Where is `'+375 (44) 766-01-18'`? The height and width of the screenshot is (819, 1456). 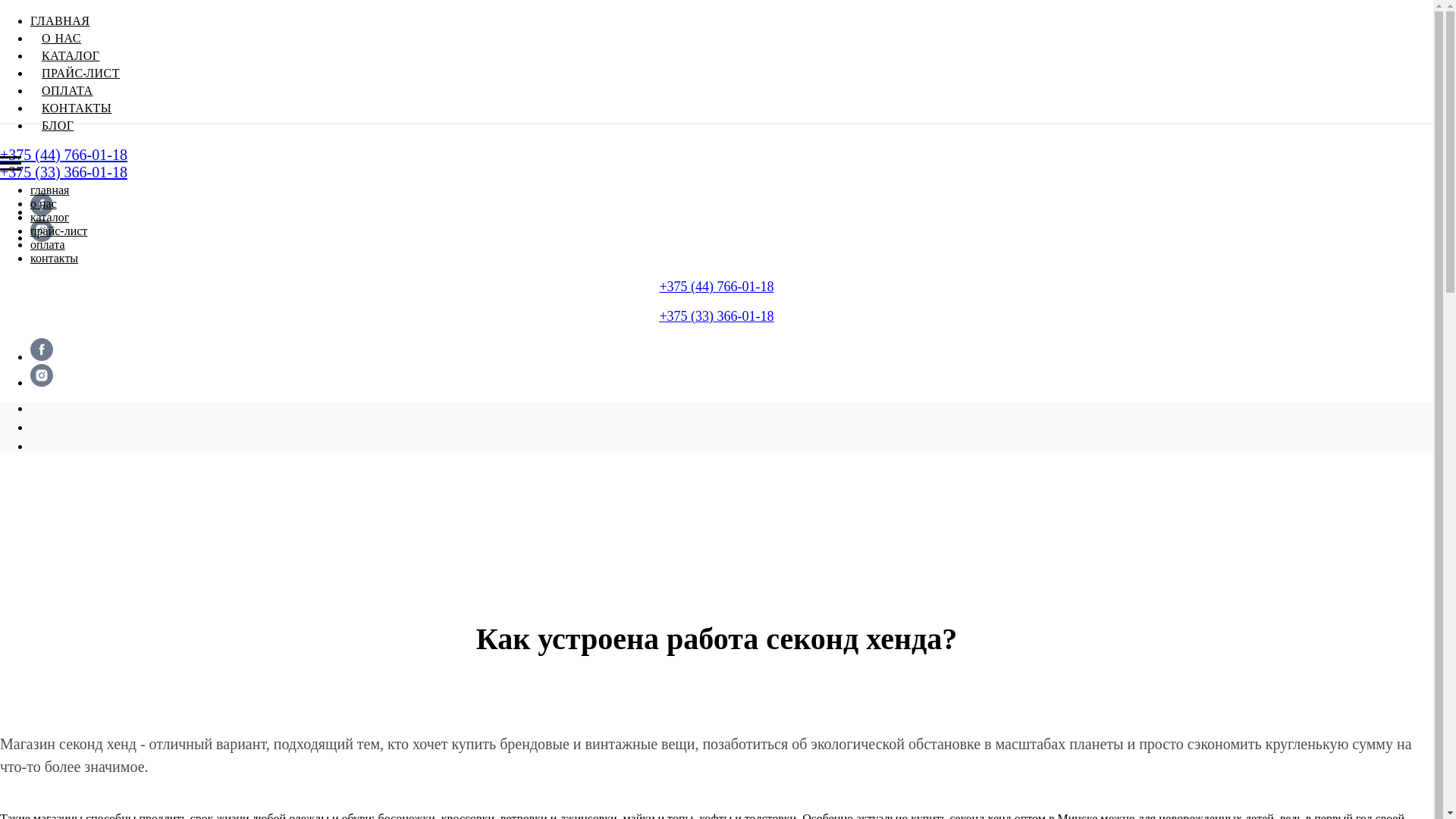
'+375 (44) 766-01-18' is located at coordinates (715, 287).